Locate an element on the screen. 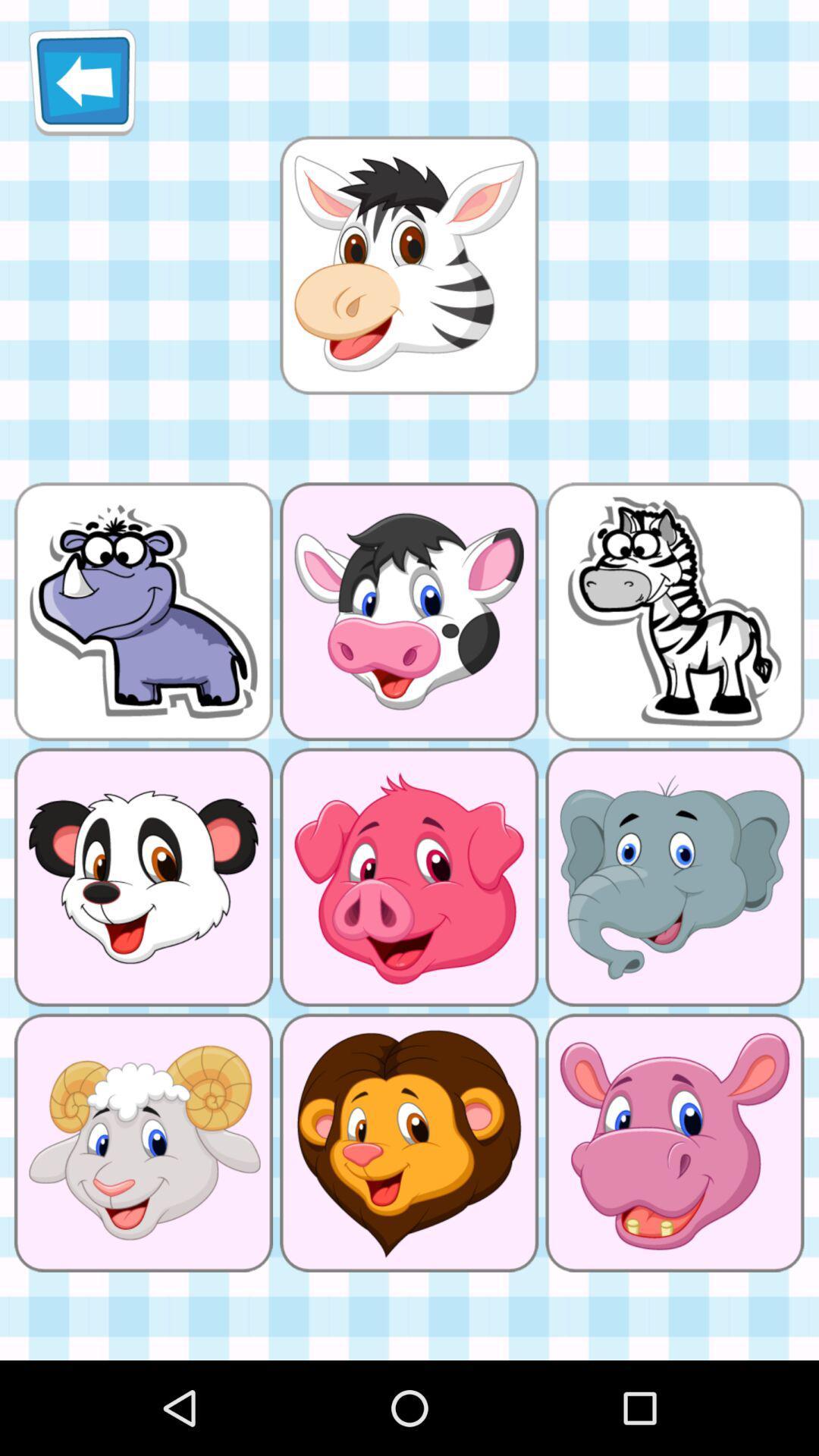 This screenshot has width=819, height=1456. go back is located at coordinates (82, 81).